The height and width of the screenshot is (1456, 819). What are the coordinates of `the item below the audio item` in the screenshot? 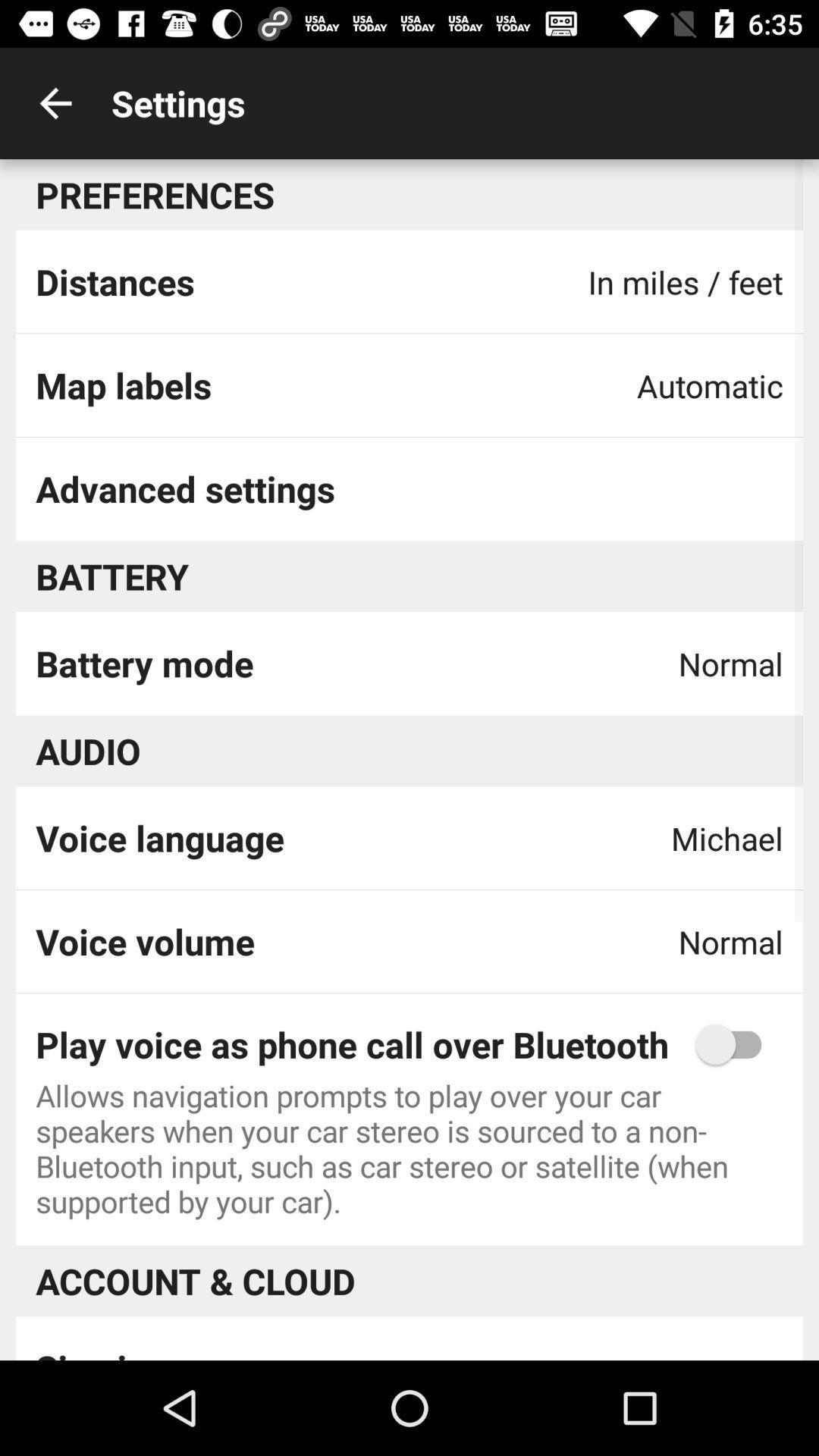 It's located at (160, 837).